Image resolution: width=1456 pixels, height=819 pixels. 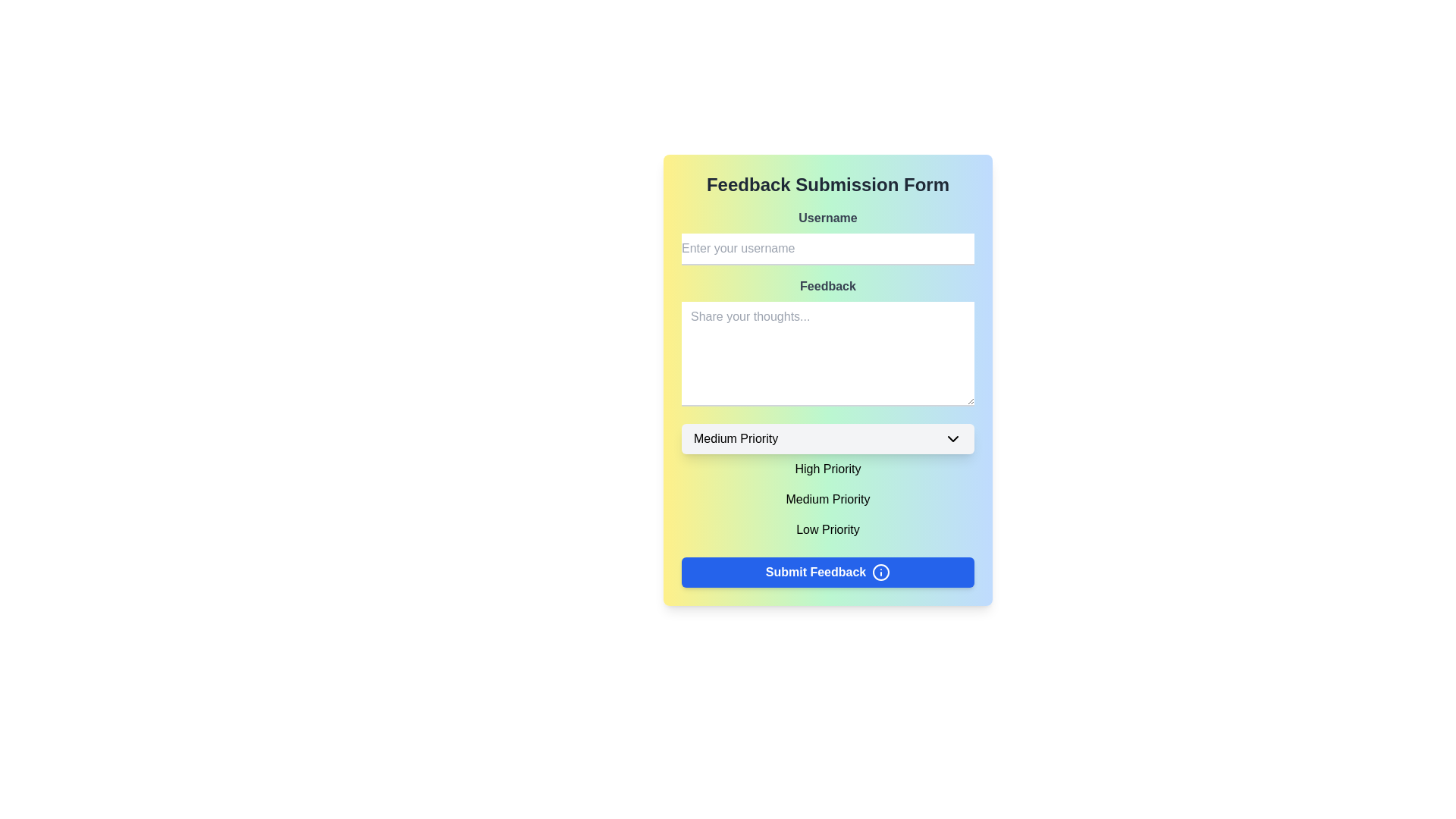 What do you see at coordinates (827, 468) in the screenshot?
I see `the first option in the dropdown menu` at bounding box center [827, 468].